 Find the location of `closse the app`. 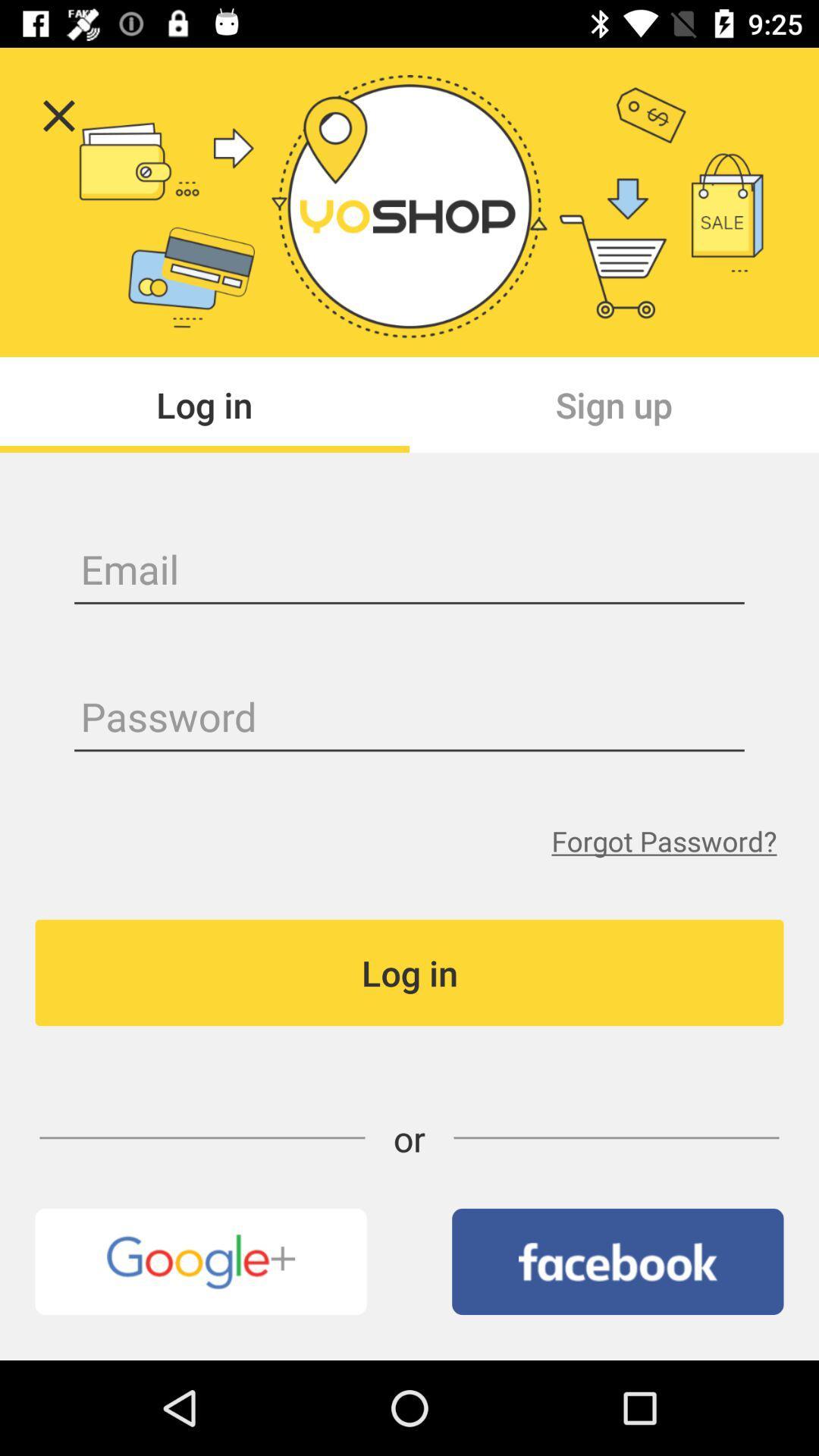

closse the app is located at coordinates (58, 115).